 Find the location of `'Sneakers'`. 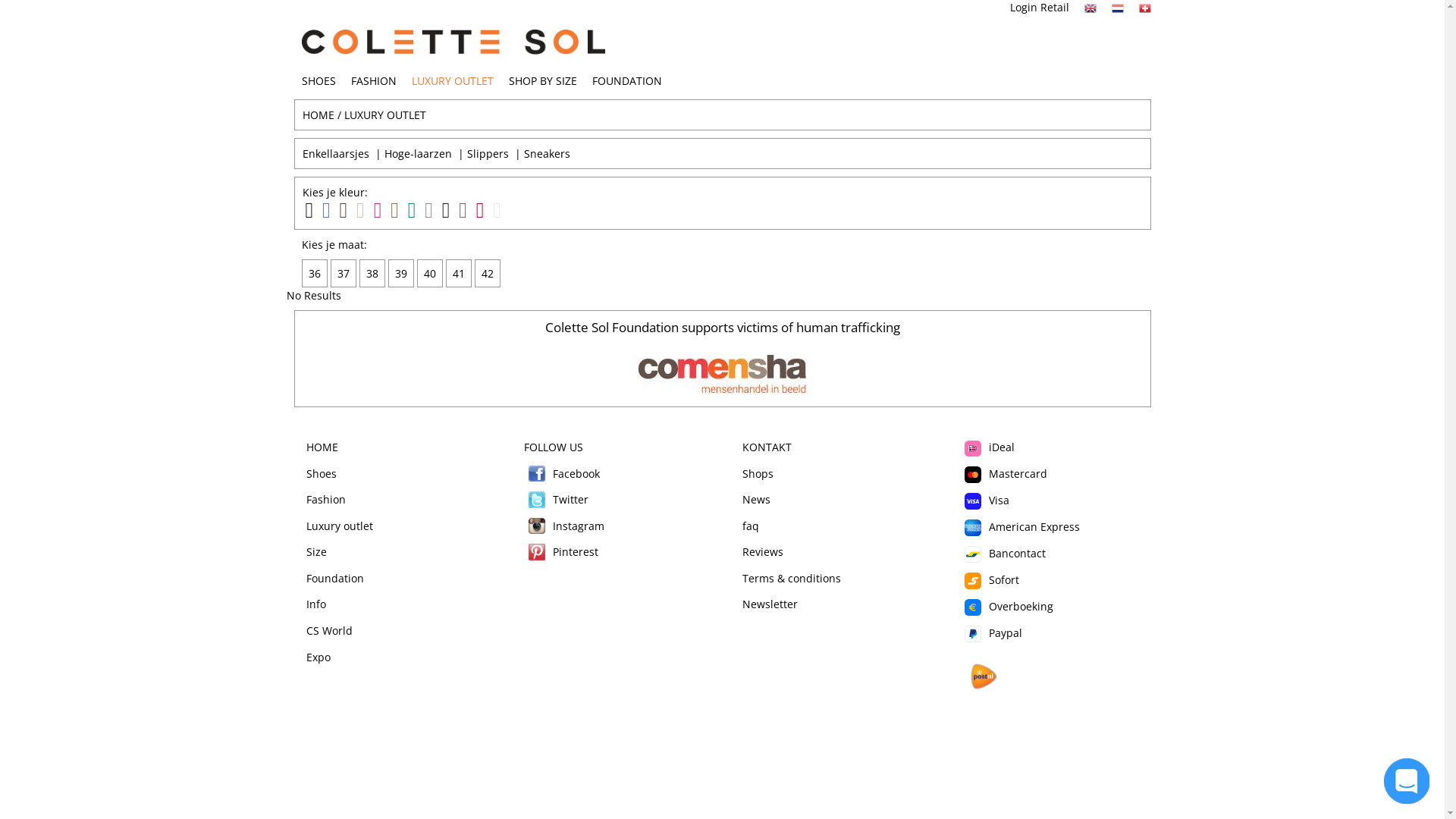

'Sneakers' is located at coordinates (523, 153).